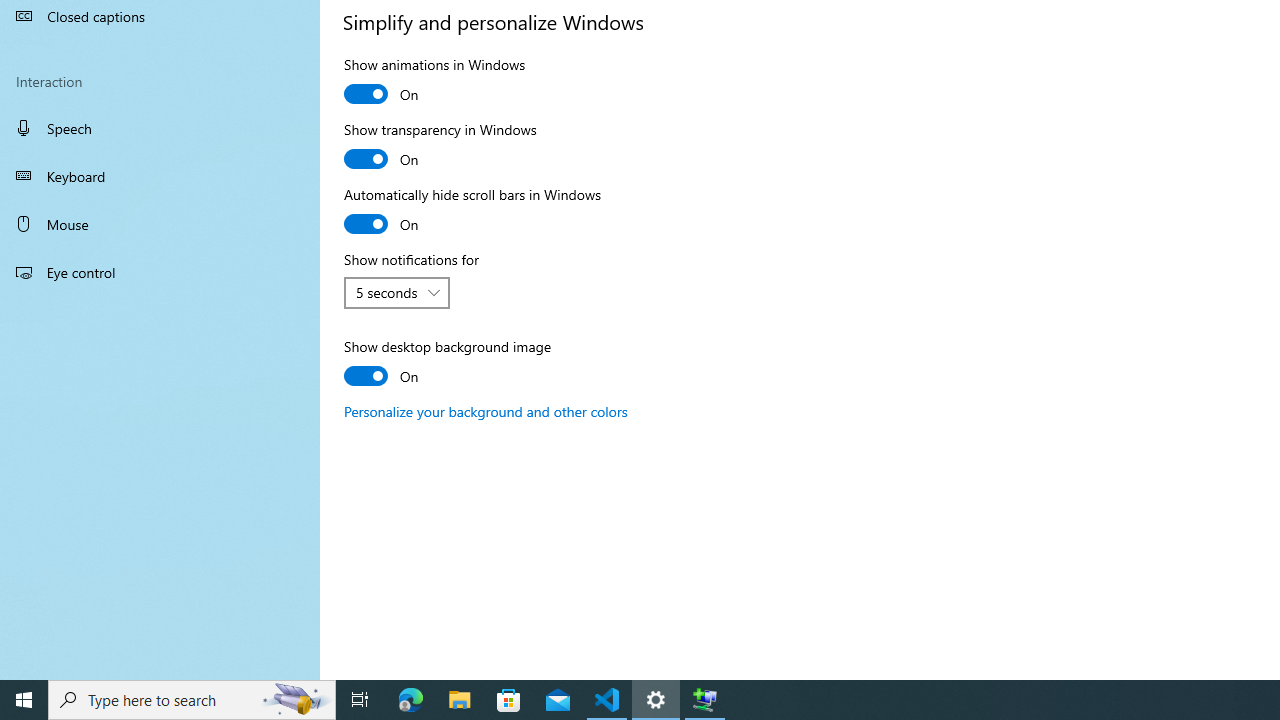  I want to click on 'Personalize your background and other colors', so click(486, 410).